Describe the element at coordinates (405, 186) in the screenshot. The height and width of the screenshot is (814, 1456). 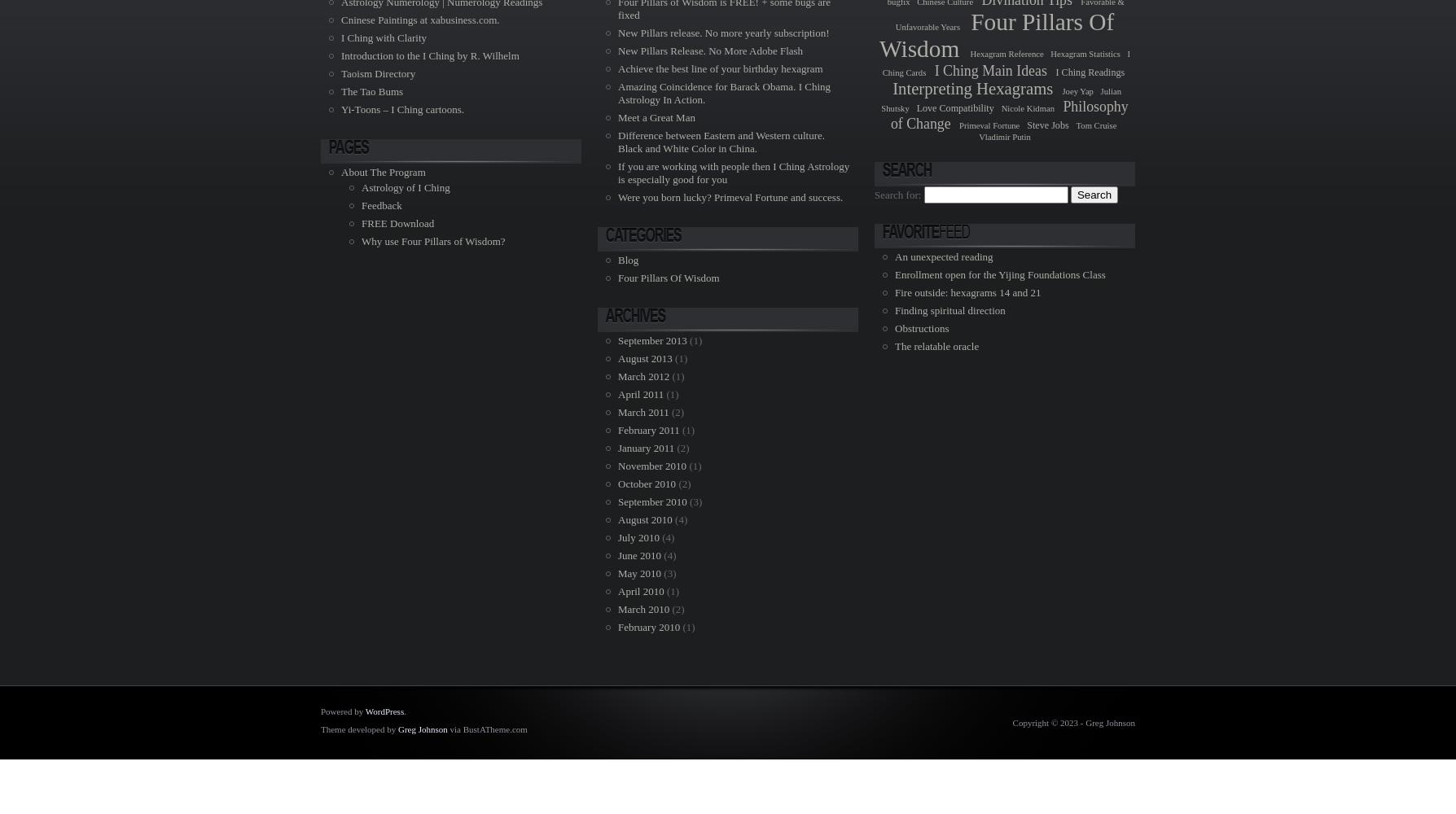
I see `'Astrology of I Ching'` at that location.